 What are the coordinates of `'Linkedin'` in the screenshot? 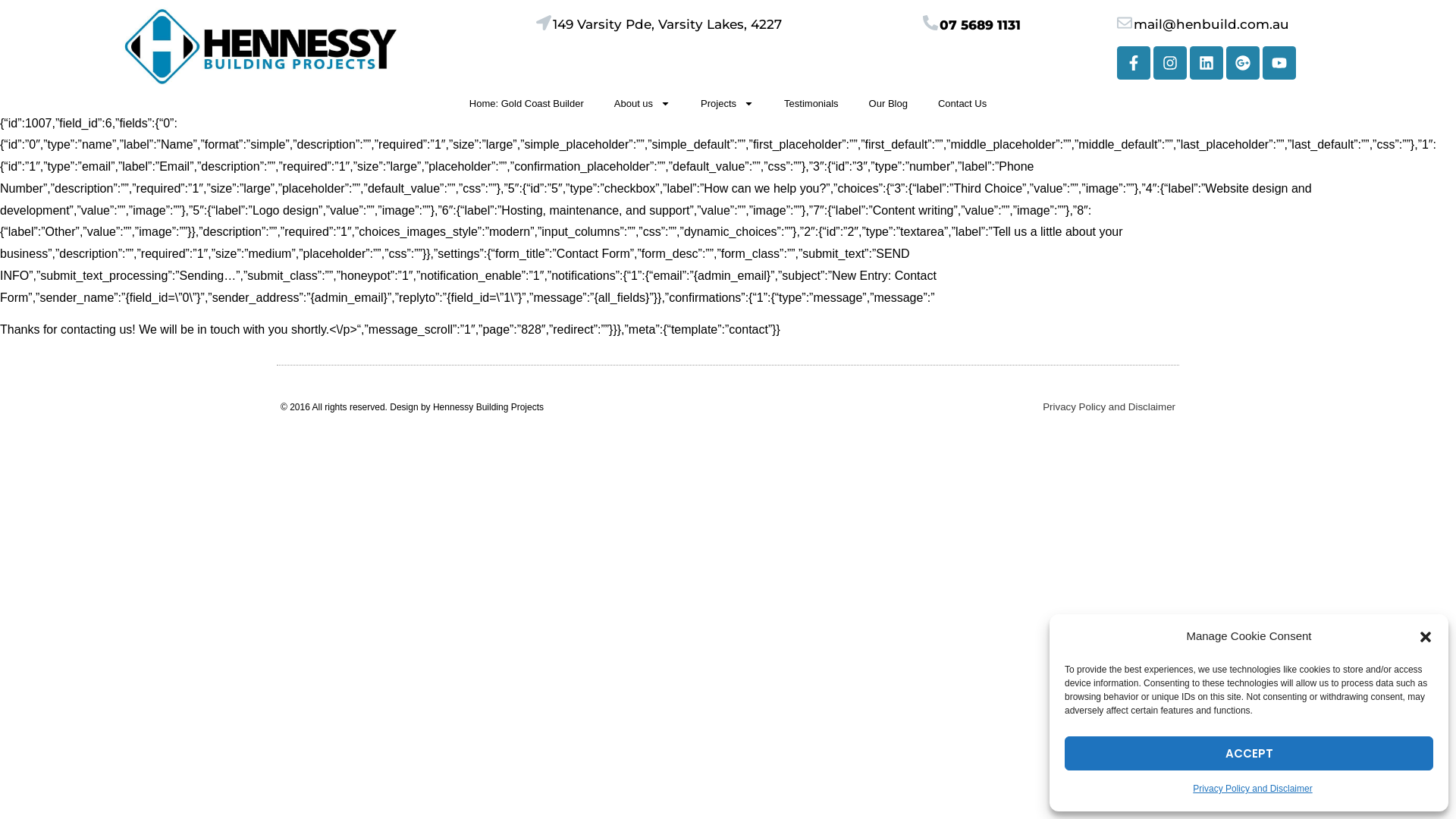 It's located at (1189, 61).